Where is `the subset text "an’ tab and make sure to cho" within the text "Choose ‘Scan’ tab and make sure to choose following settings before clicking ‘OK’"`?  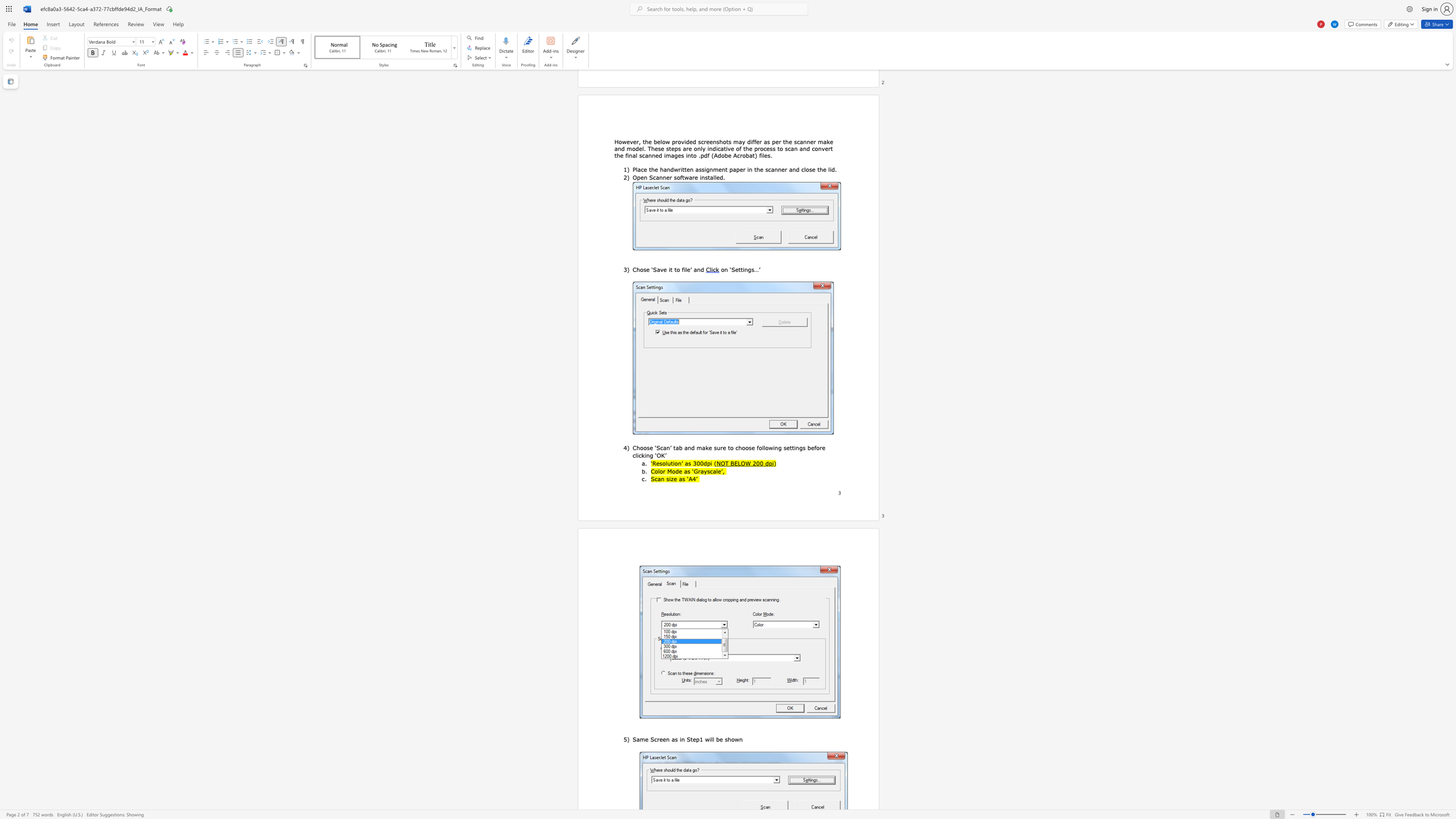 the subset text "an’ tab and make sure to cho" within the text "Choose ‘Scan’ tab and make sure to choose following settings before clicking ‘OK’" is located at coordinates (662, 447).